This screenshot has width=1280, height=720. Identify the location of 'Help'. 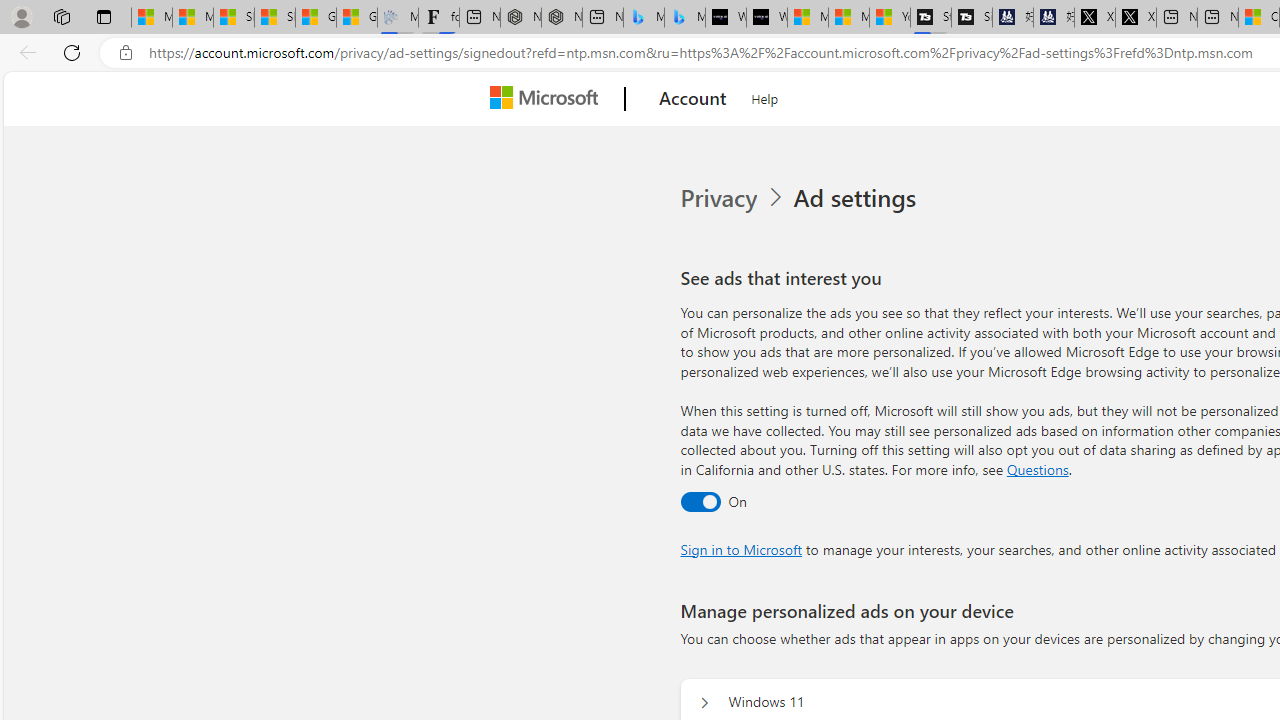
(764, 96).